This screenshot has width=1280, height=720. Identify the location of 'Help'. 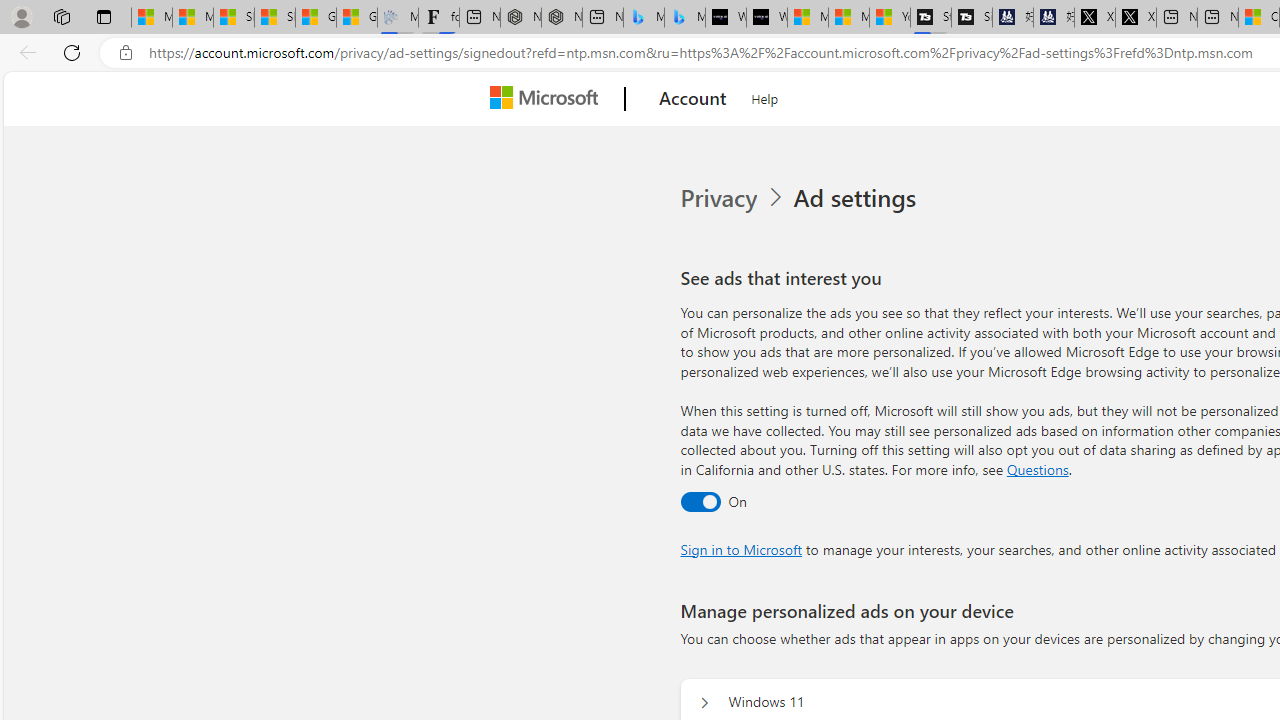
(764, 96).